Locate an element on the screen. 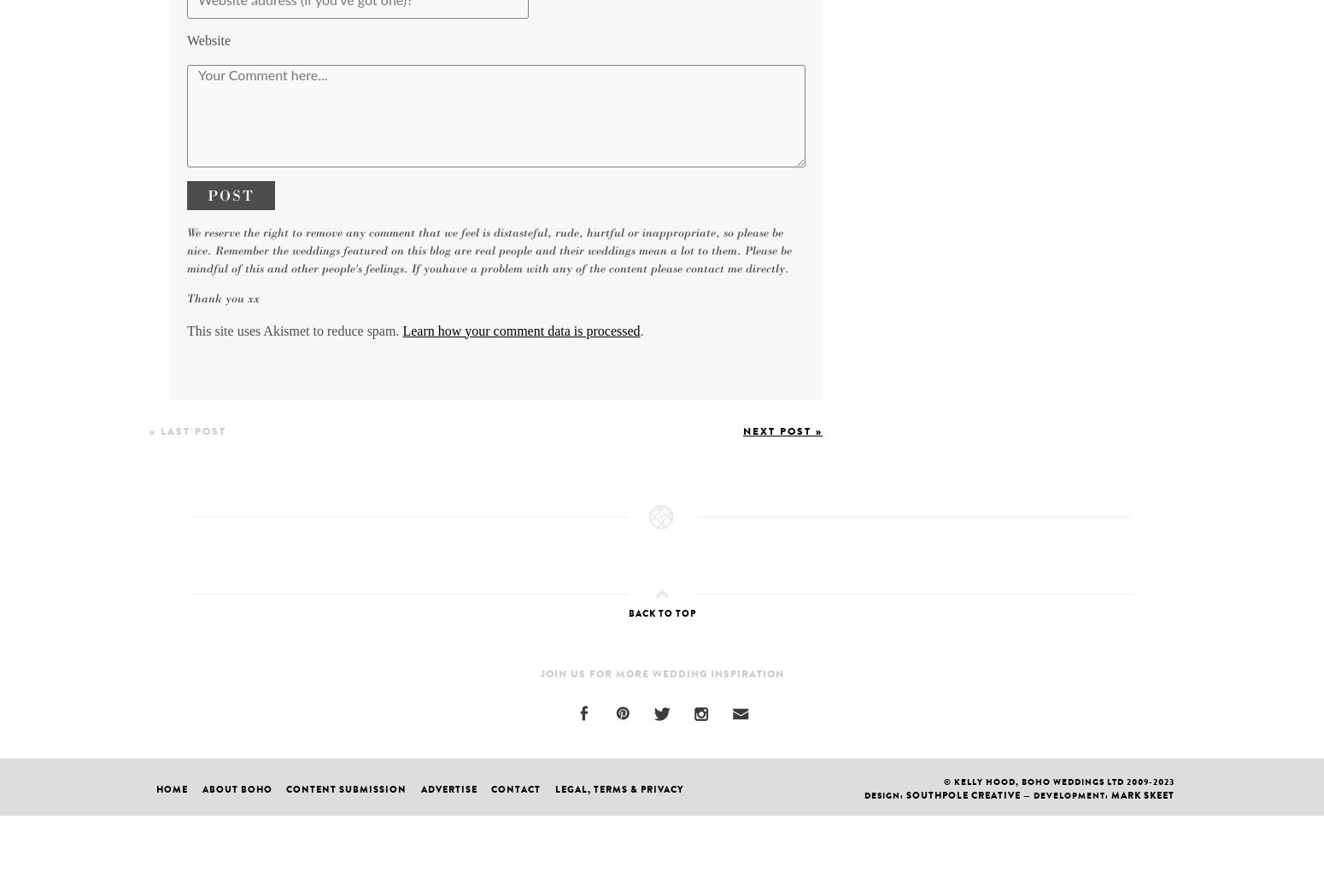  'Content Submission' is located at coordinates (346, 788).